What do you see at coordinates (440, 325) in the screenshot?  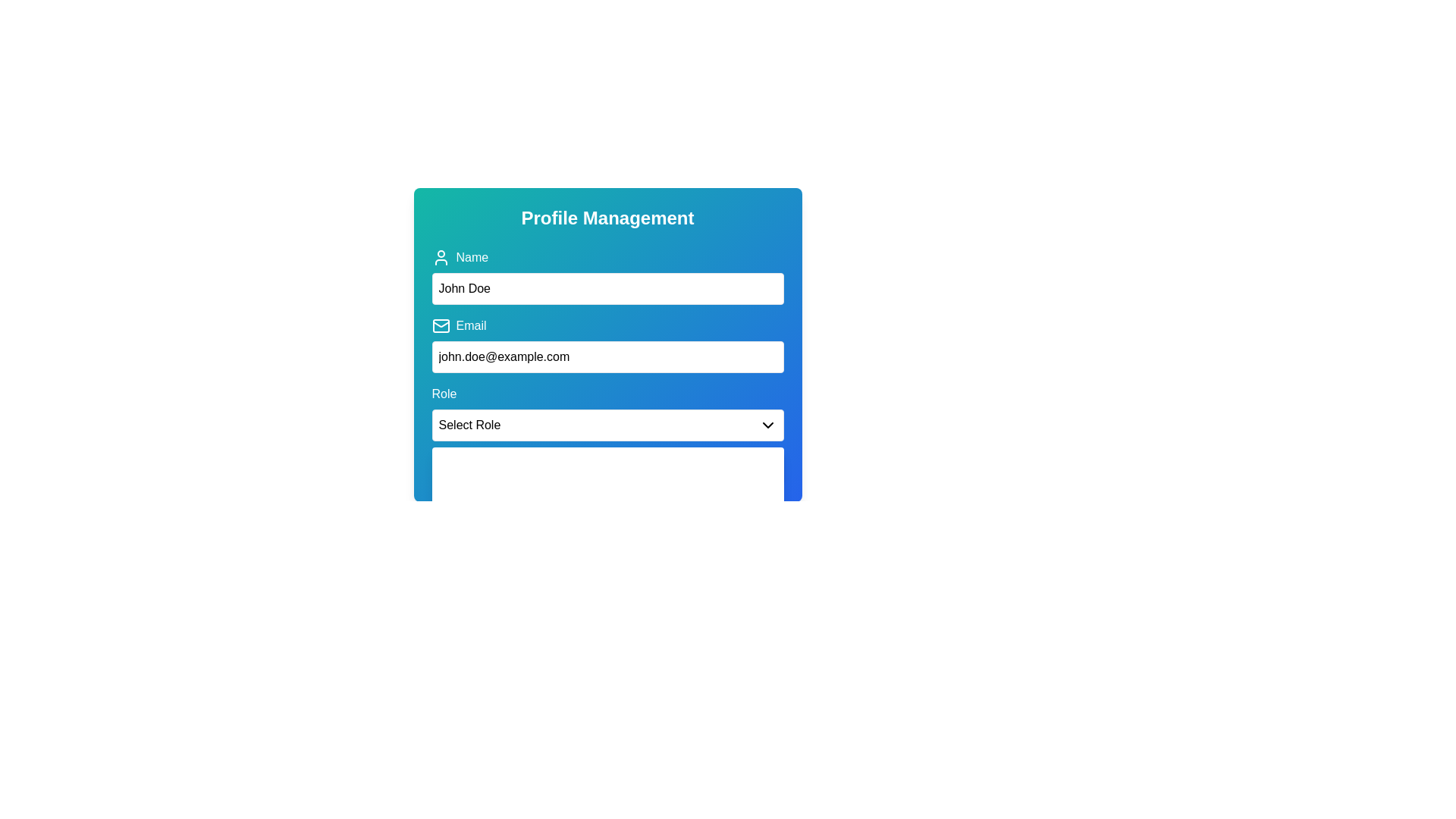 I see `the mail icon styled as an outlined envelope that is positioned to the left of the 'Email' label in the form section` at bounding box center [440, 325].